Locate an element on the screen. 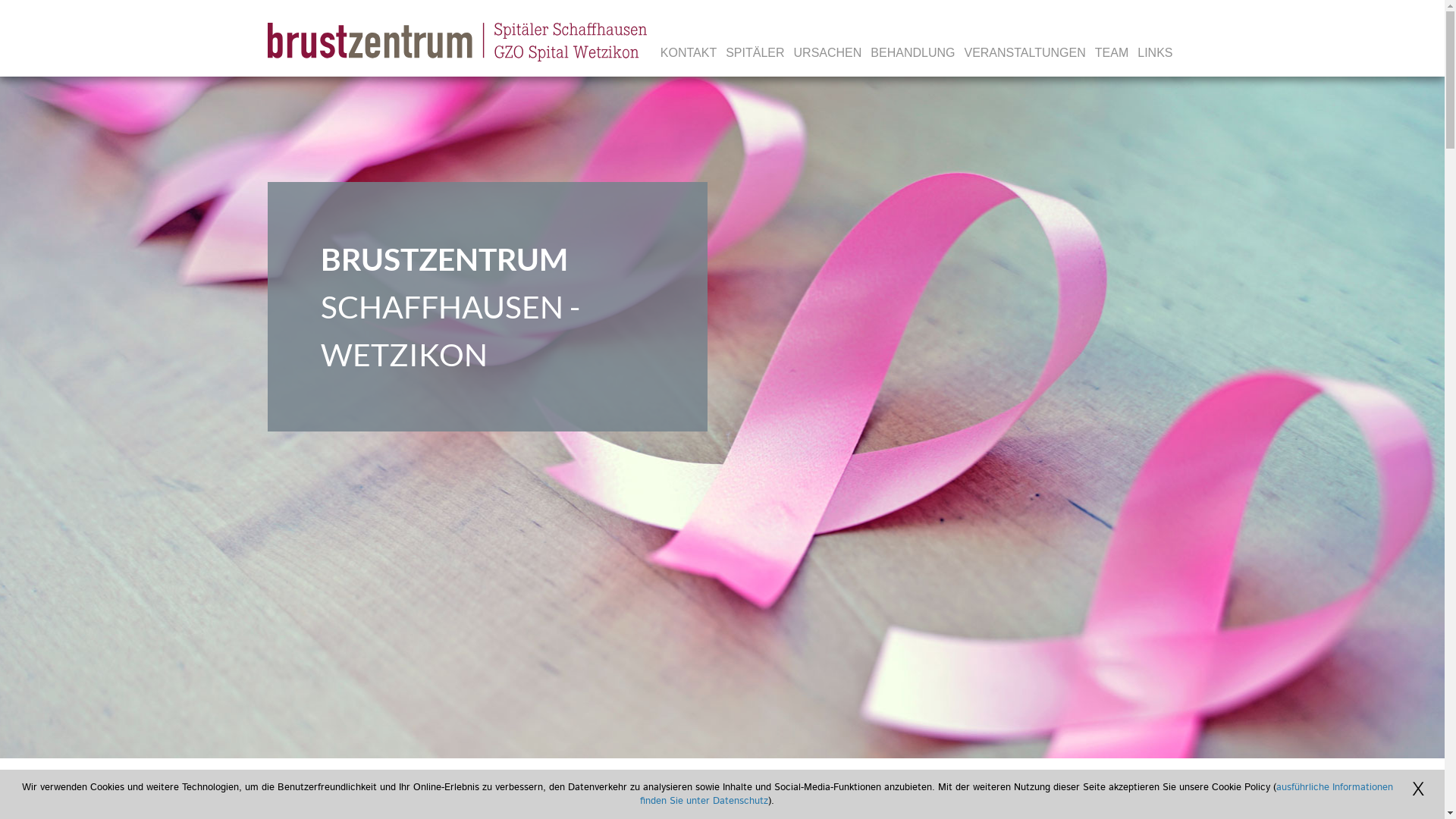 This screenshot has height=819, width=1456. 'LINKS' is located at coordinates (1132, 52).